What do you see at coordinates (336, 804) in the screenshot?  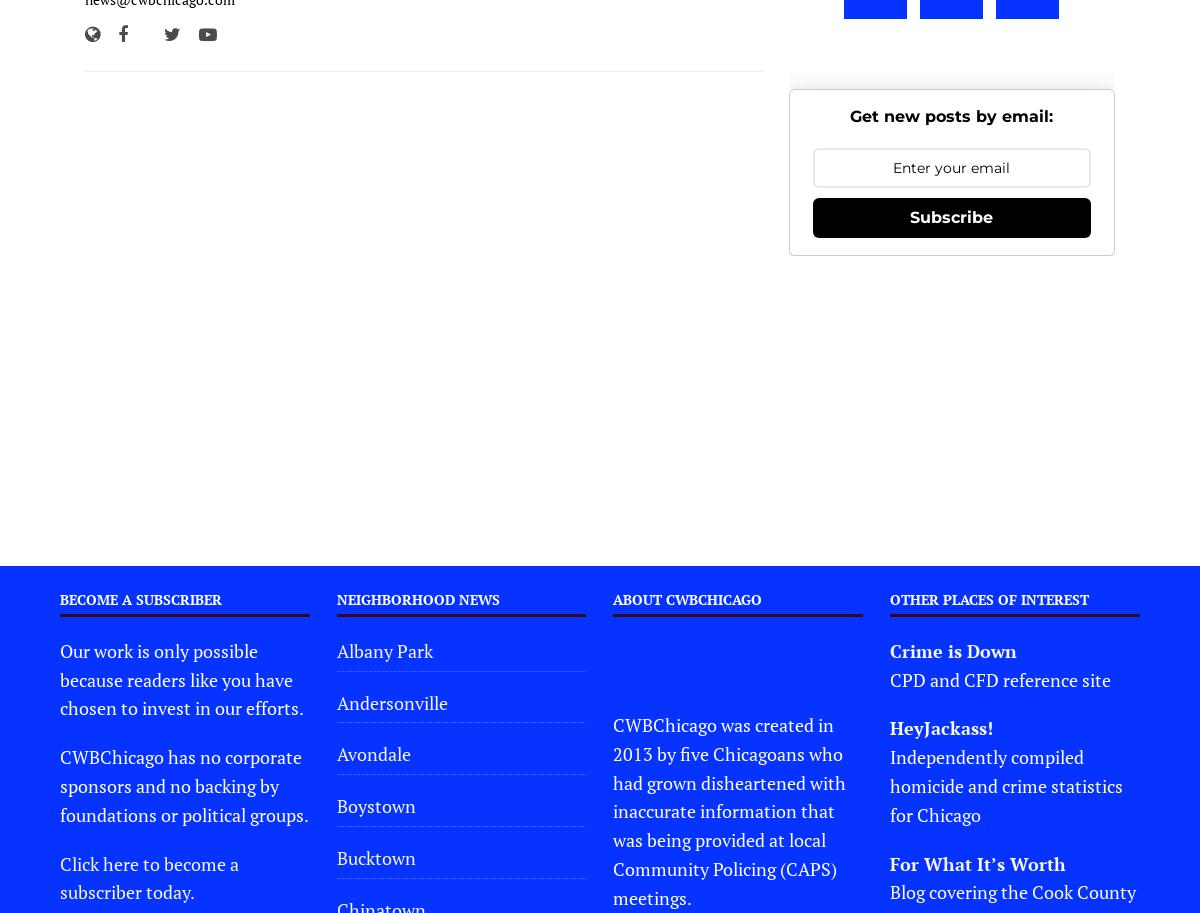 I see `'Boystown'` at bounding box center [336, 804].